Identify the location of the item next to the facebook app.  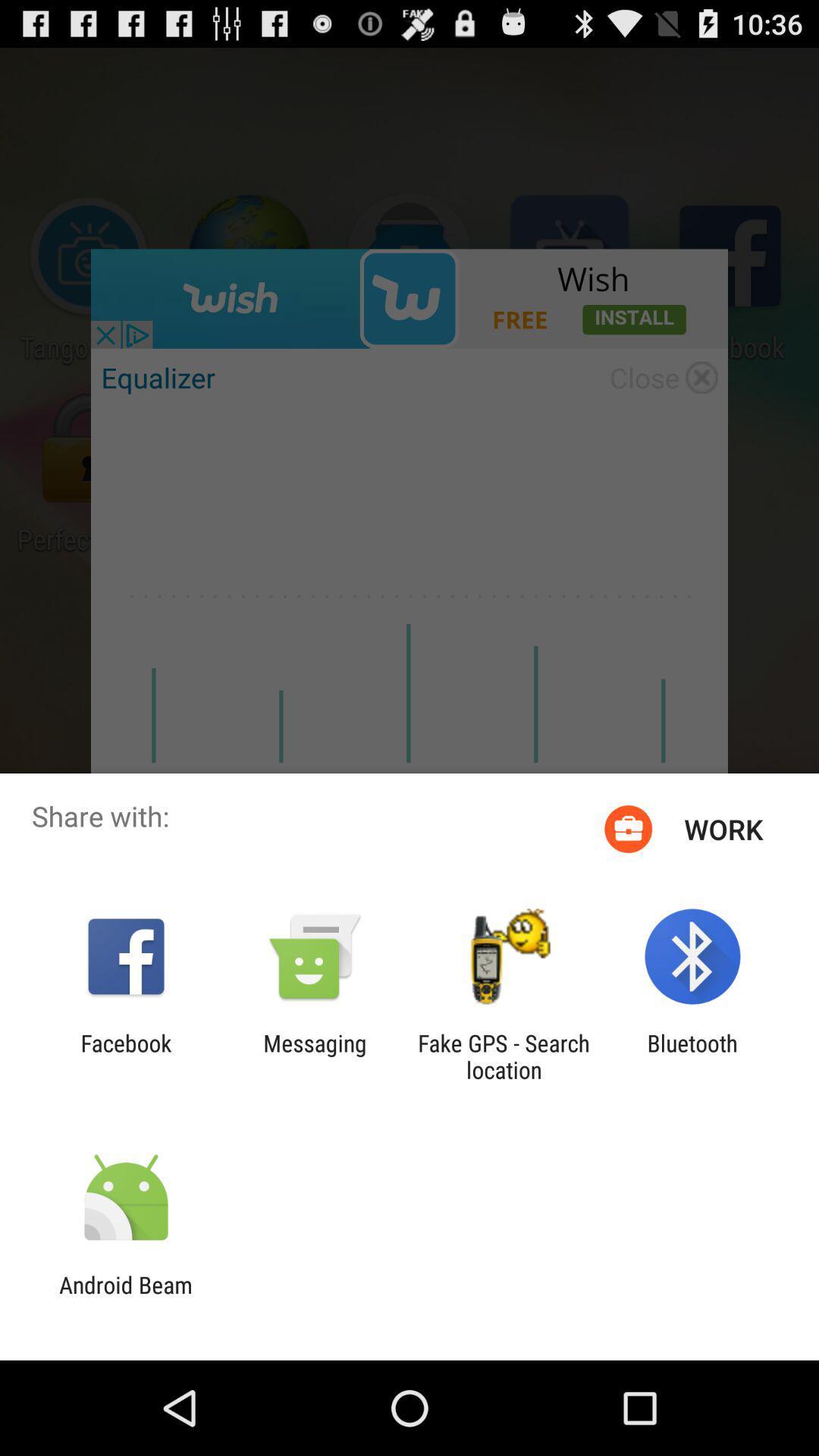
(314, 1056).